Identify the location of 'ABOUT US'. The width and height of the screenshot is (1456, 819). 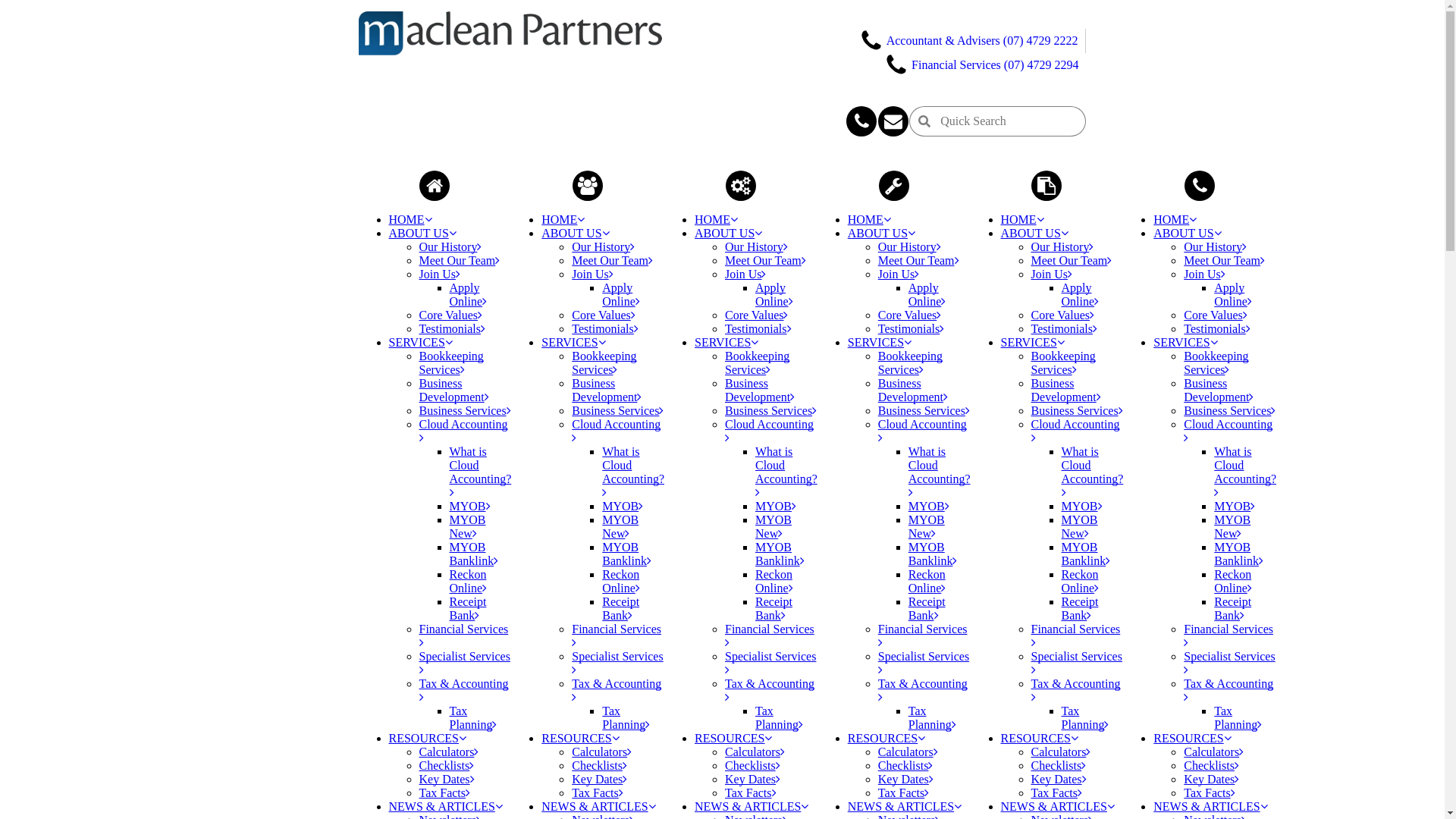
(422, 233).